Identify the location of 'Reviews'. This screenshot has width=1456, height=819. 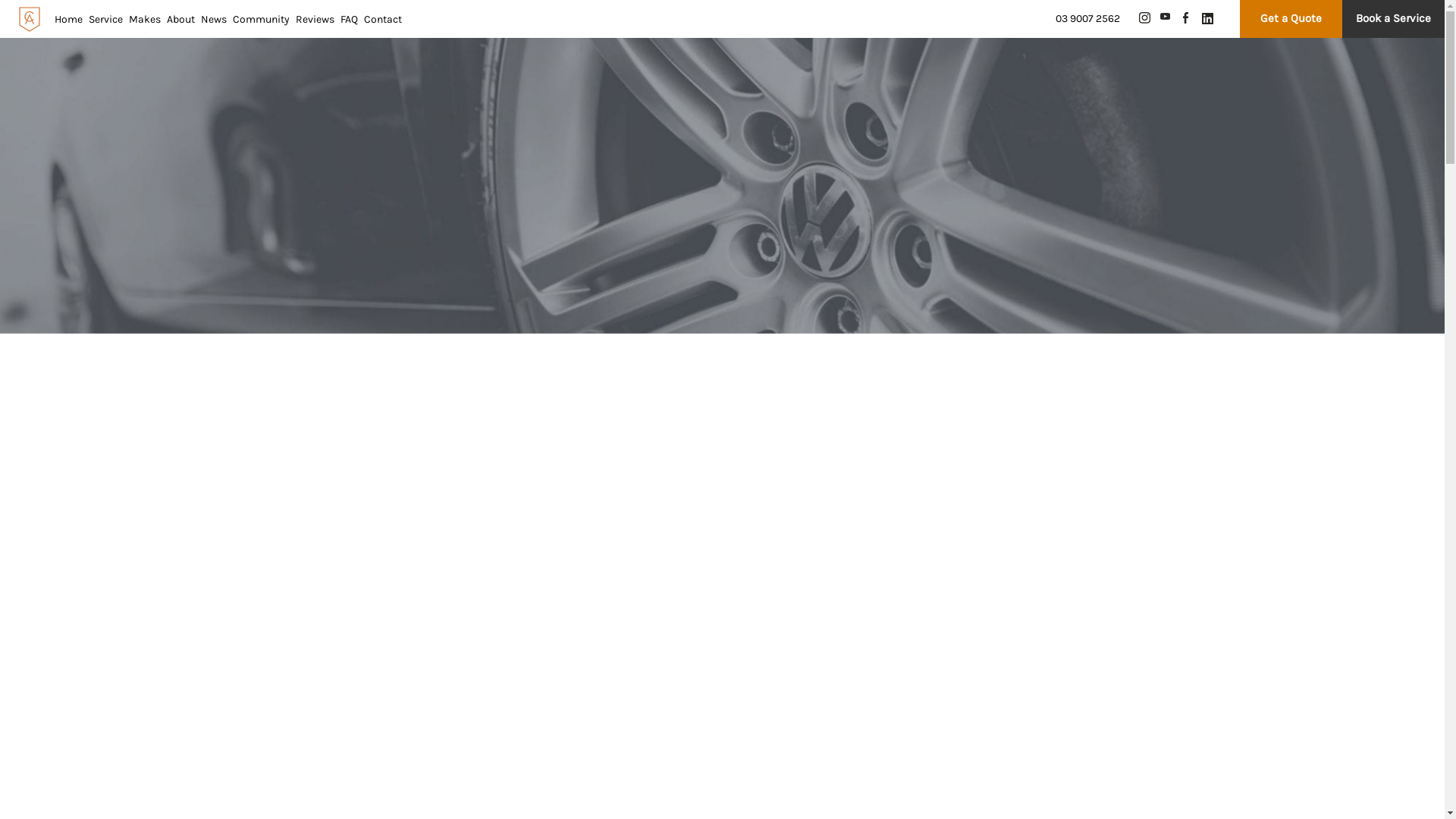
(314, 19).